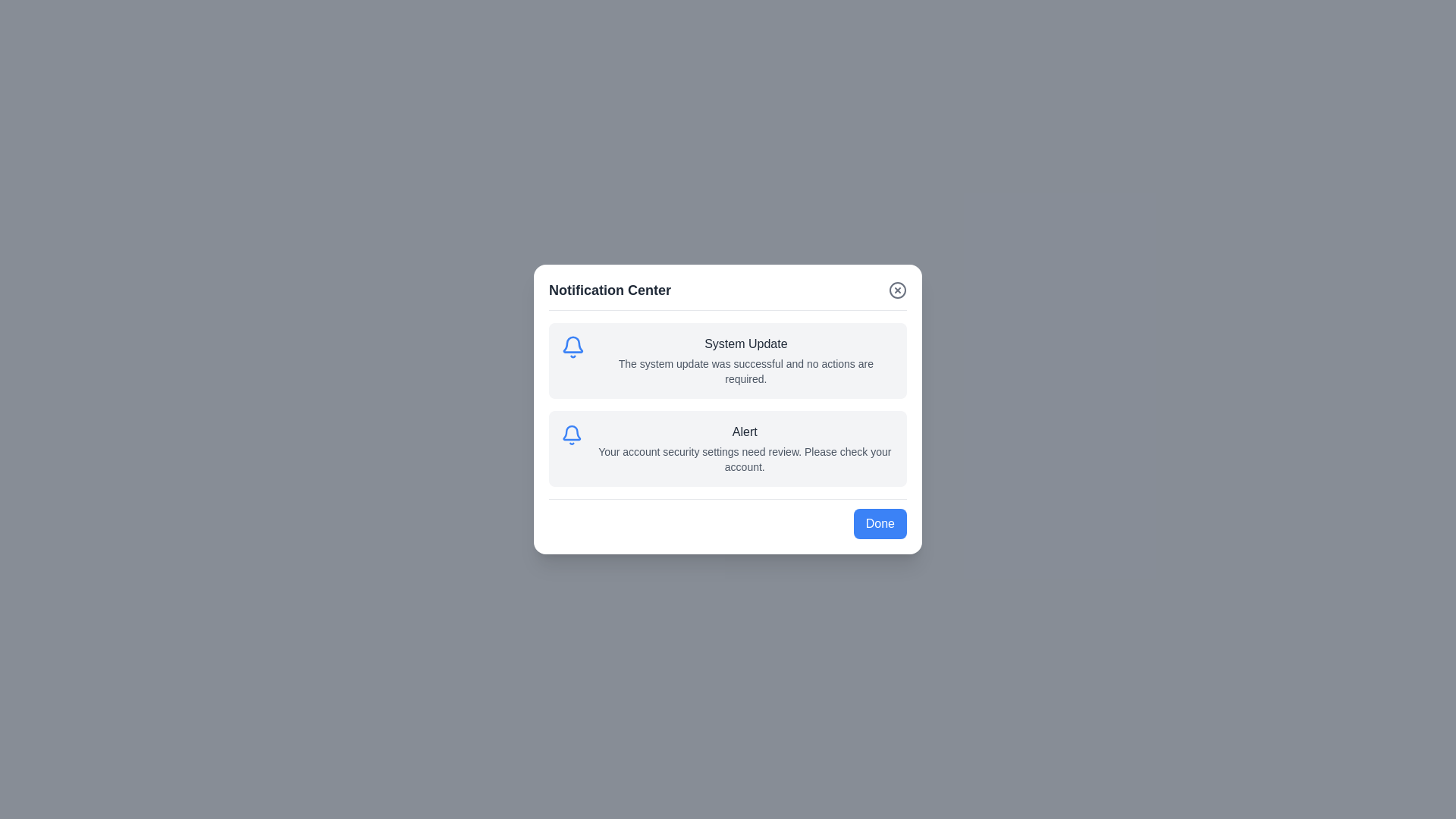  Describe the element at coordinates (898, 290) in the screenshot. I see `the close button to dismiss the notification center` at that location.